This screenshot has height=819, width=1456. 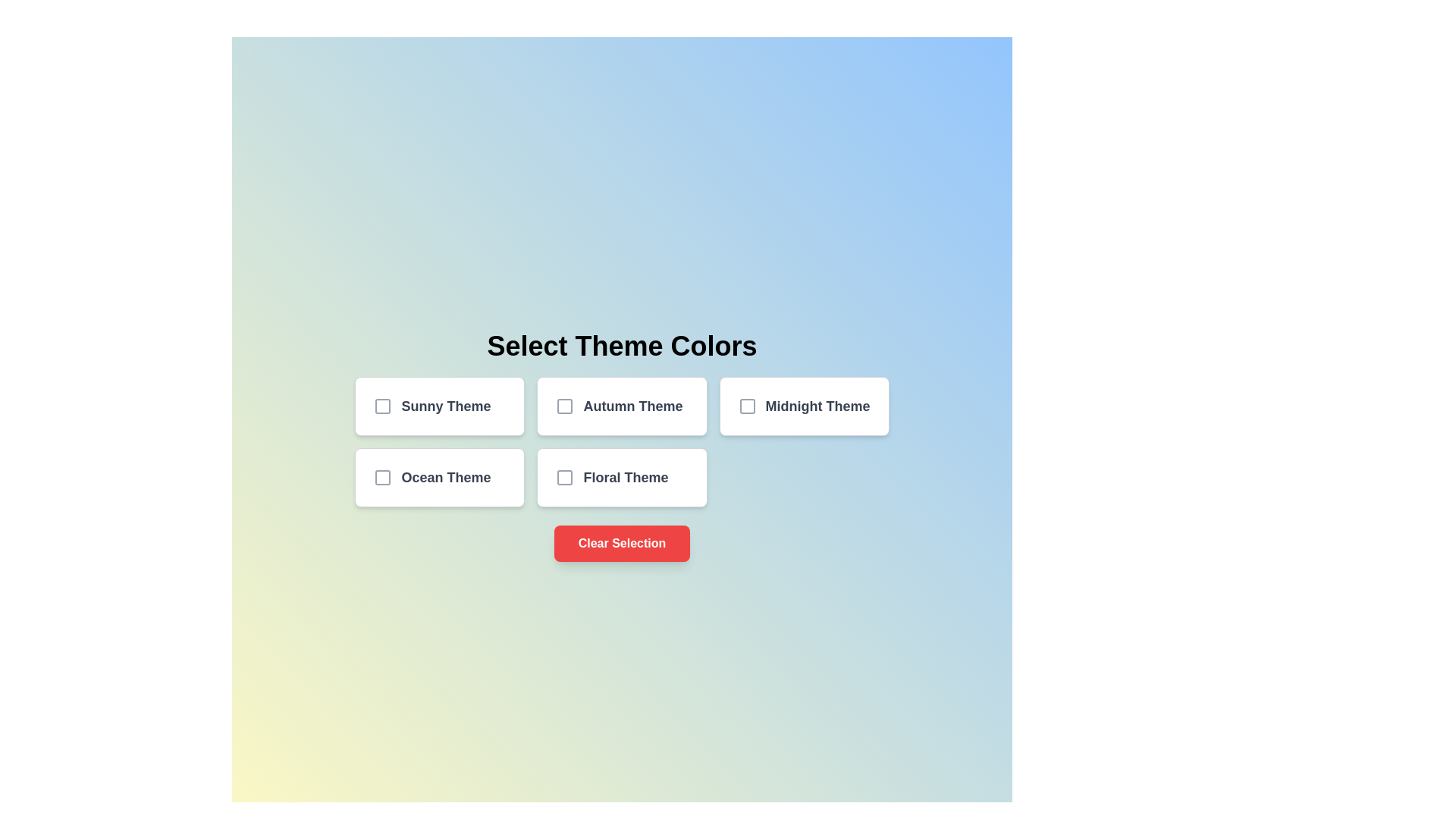 I want to click on the card corresponding to the Floral theme, so click(x=622, y=476).